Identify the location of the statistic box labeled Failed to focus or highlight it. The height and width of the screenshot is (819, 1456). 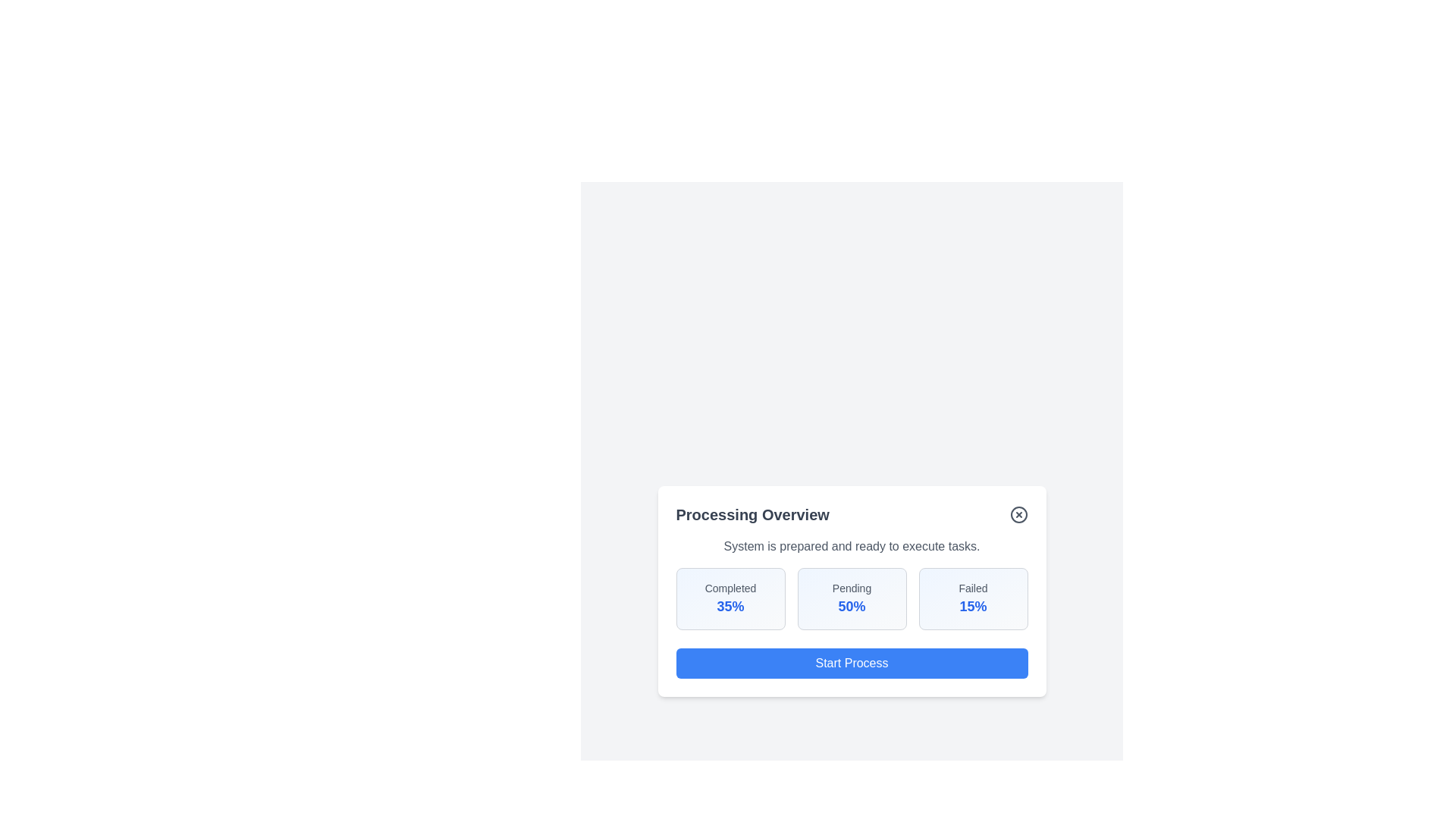
(973, 598).